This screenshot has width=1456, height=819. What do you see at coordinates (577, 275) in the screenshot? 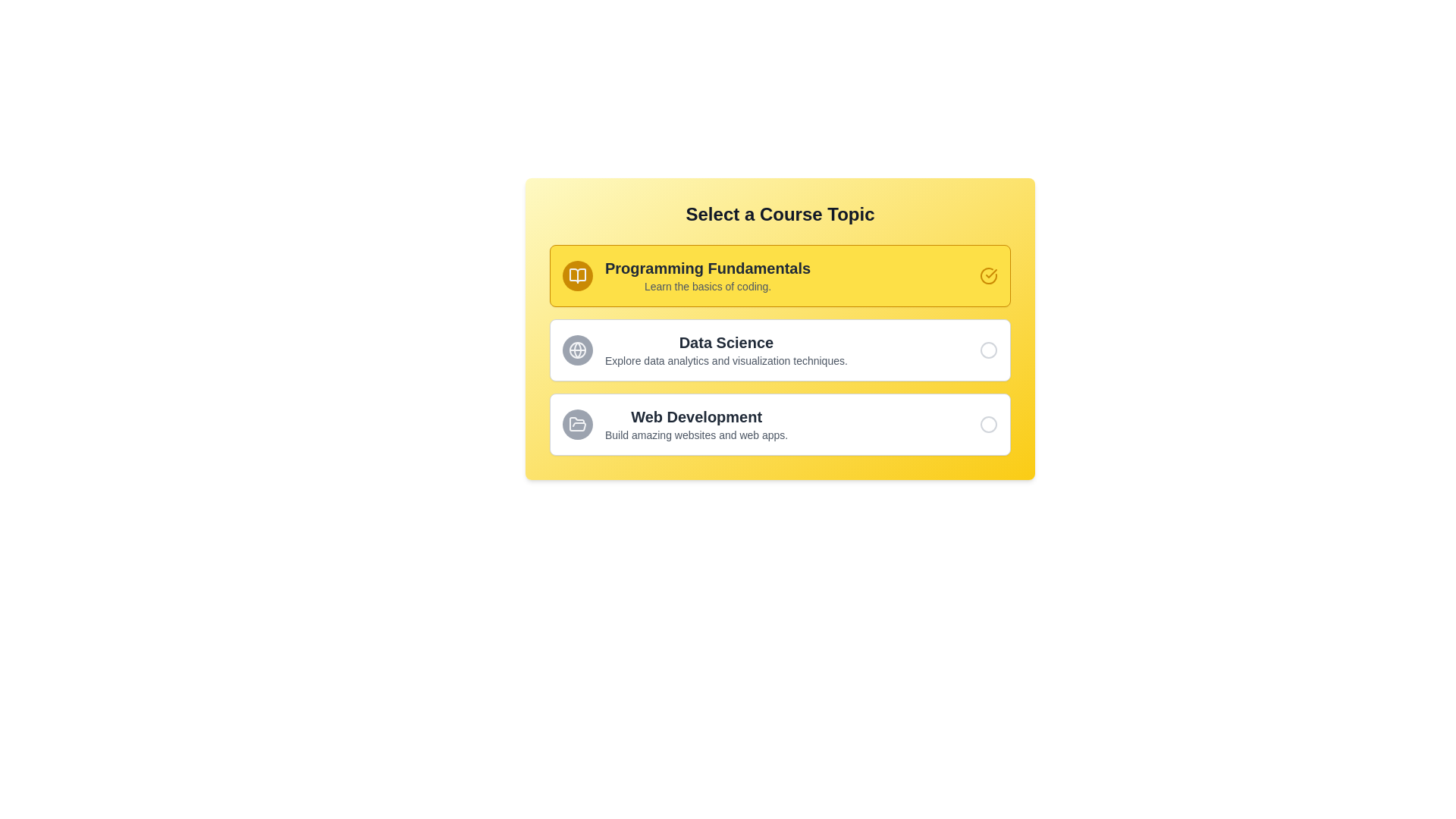
I see `the open book icon with a yellow color scheme located to the left of the text 'Programming Fundamentals.'` at bounding box center [577, 275].